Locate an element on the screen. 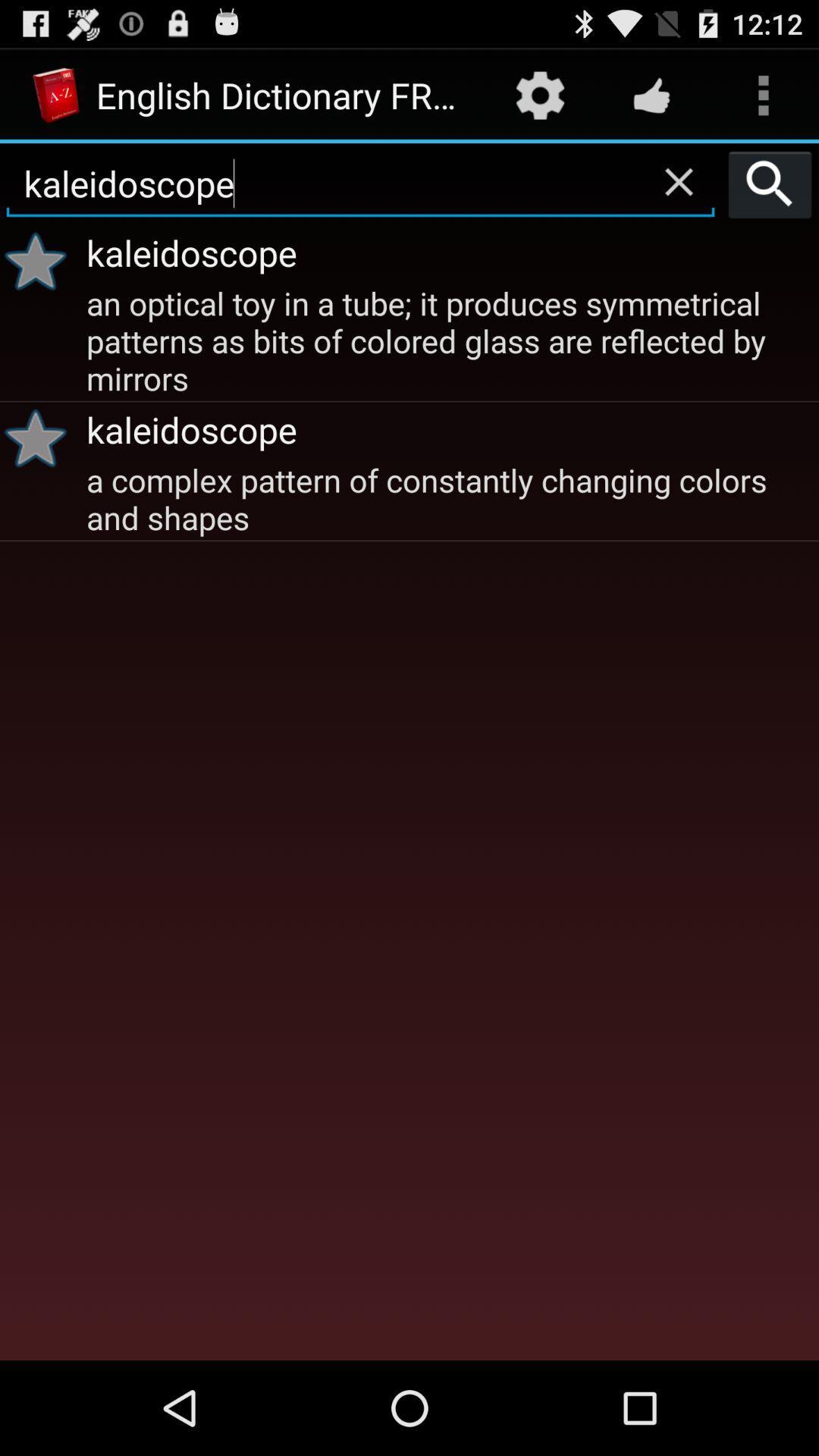 The image size is (819, 1456). the search icon is located at coordinates (770, 196).